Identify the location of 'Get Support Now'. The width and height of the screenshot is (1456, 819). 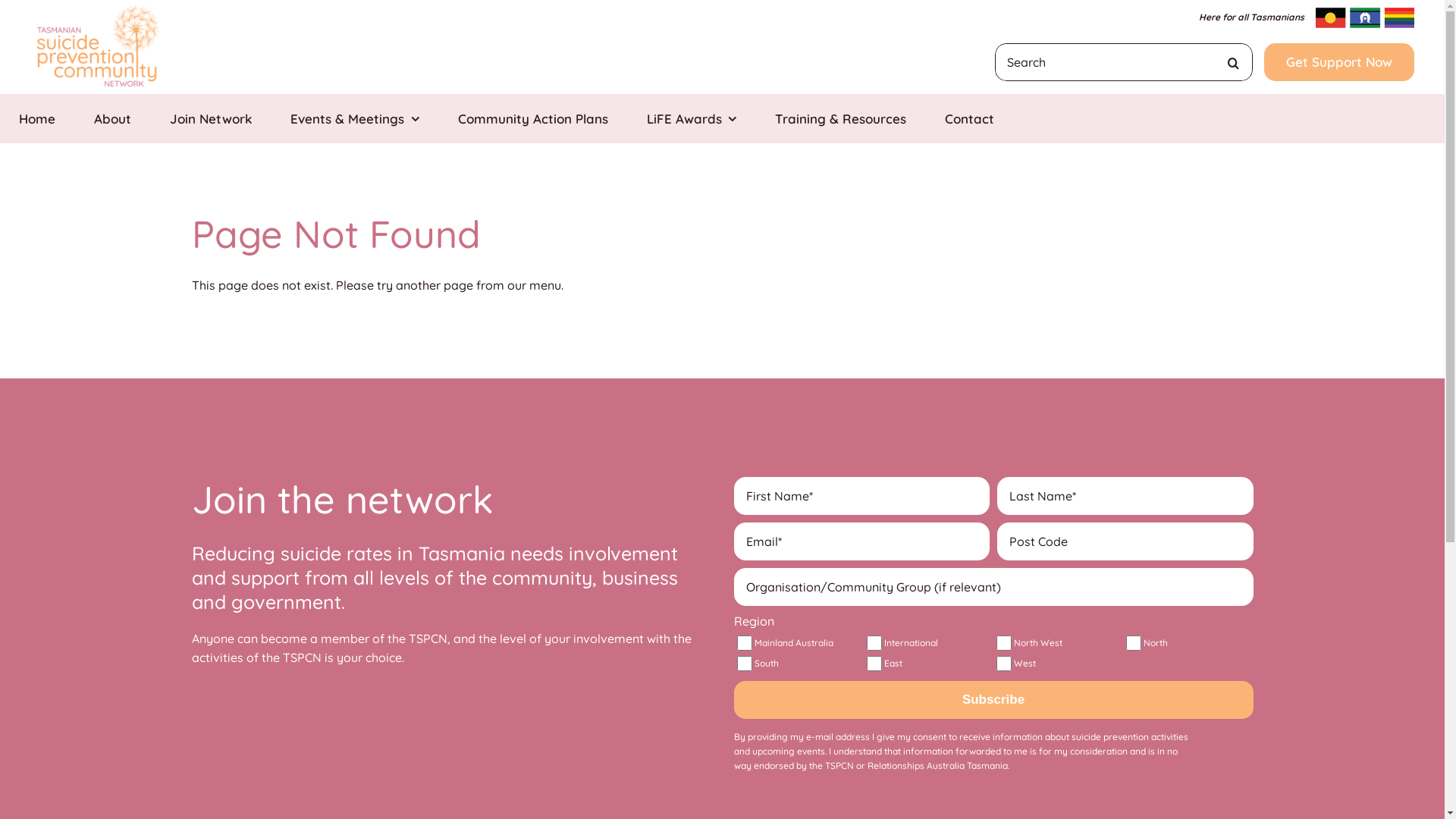
(1339, 61).